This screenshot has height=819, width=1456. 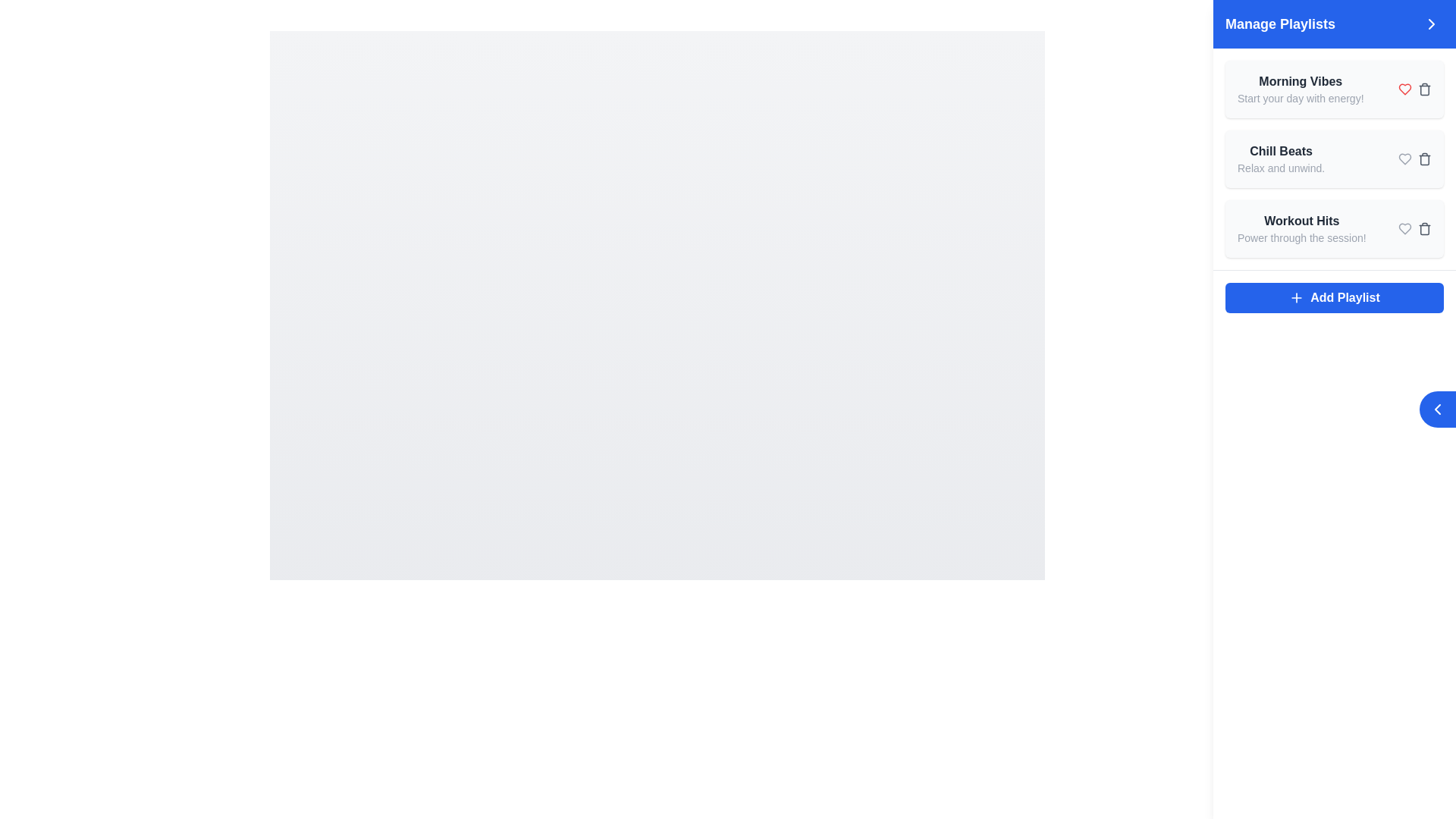 What do you see at coordinates (1430, 24) in the screenshot?
I see `the right-facing chevron arrow icon button located in the top-right corner of the 'Manage Playlists' section` at bounding box center [1430, 24].